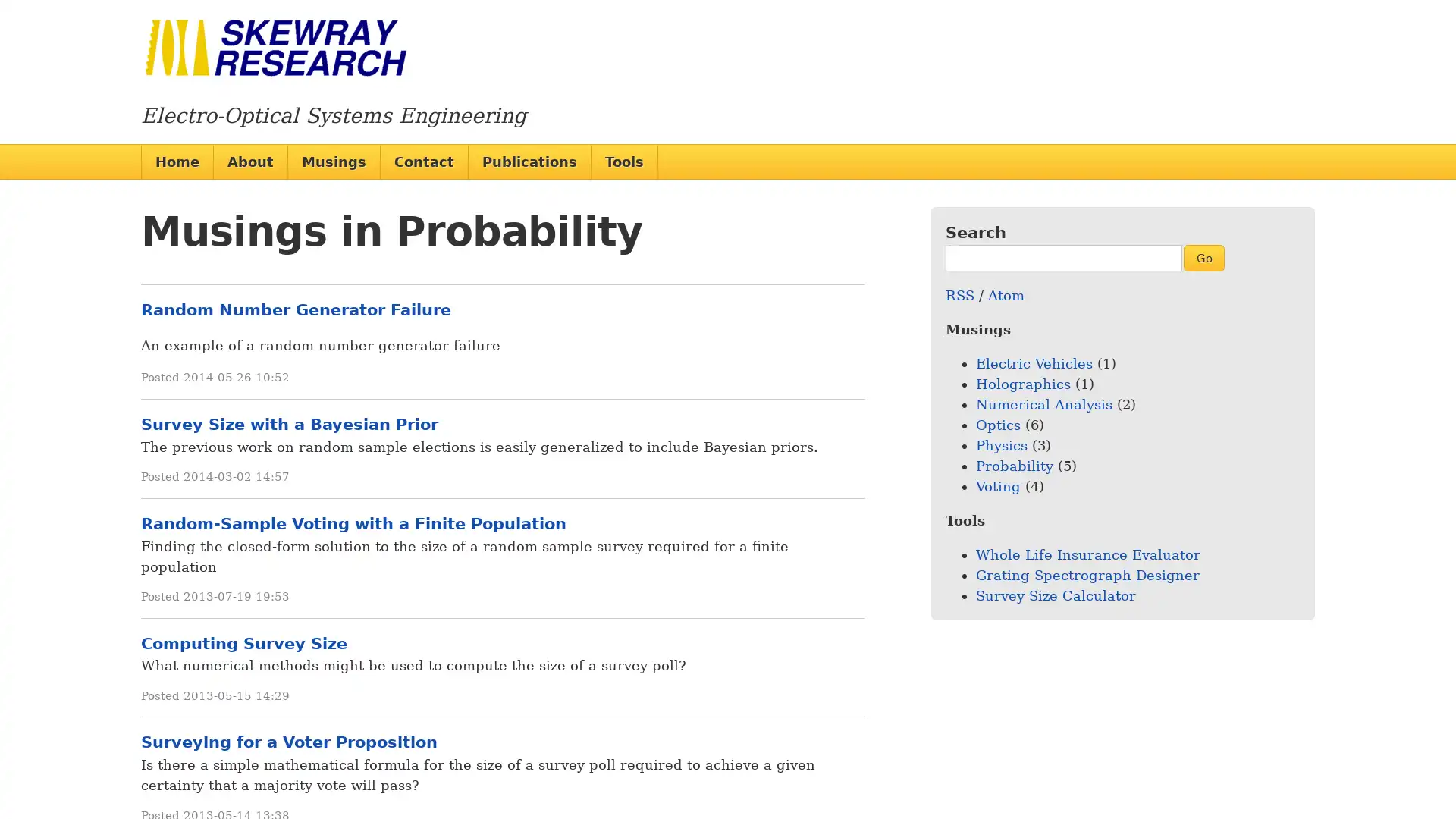  Describe the element at coordinates (1203, 256) in the screenshot. I see `Go` at that location.